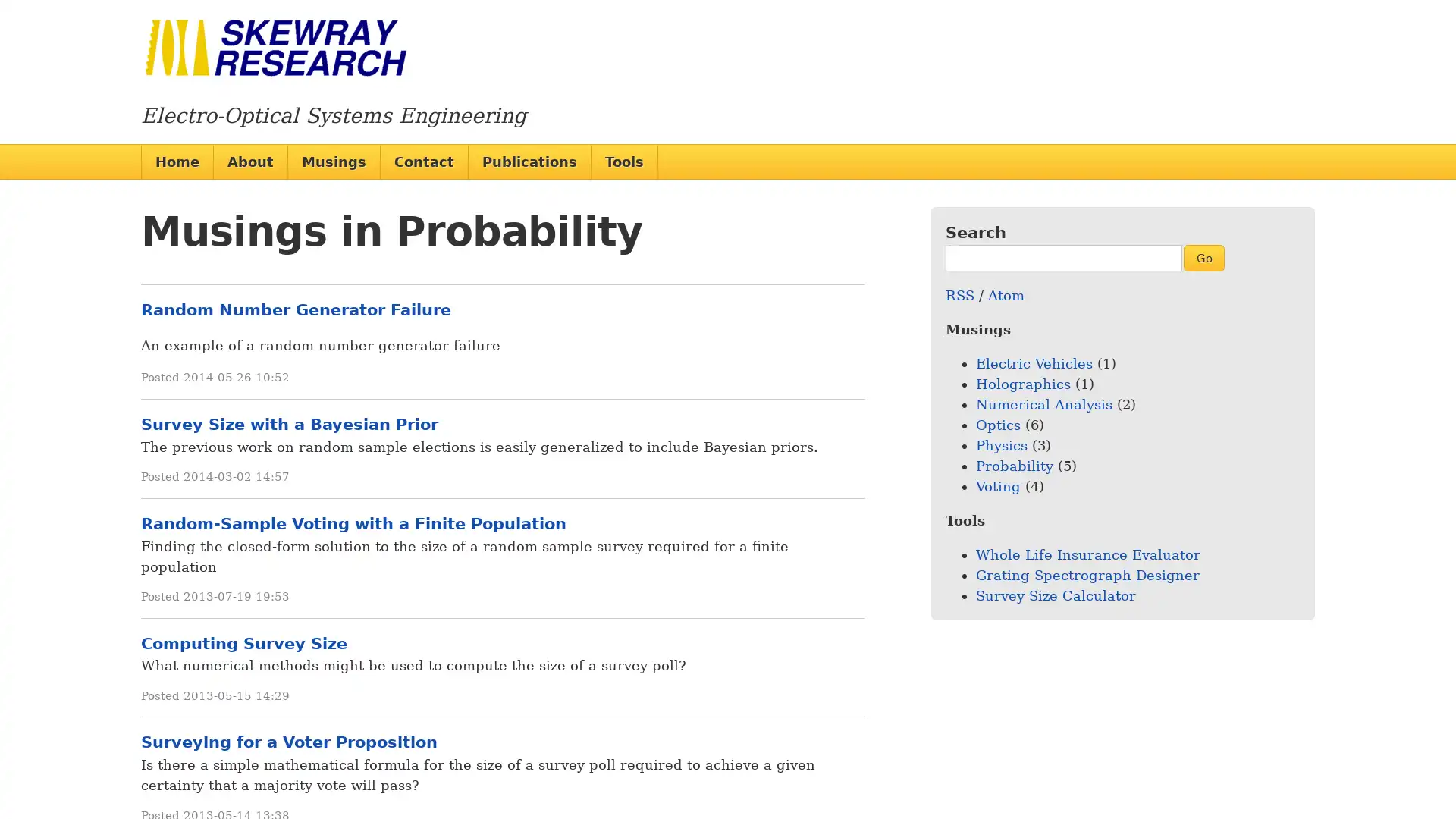  Describe the element at coordinates (1203, 256) in the screenshot. I see `Go` at that location.